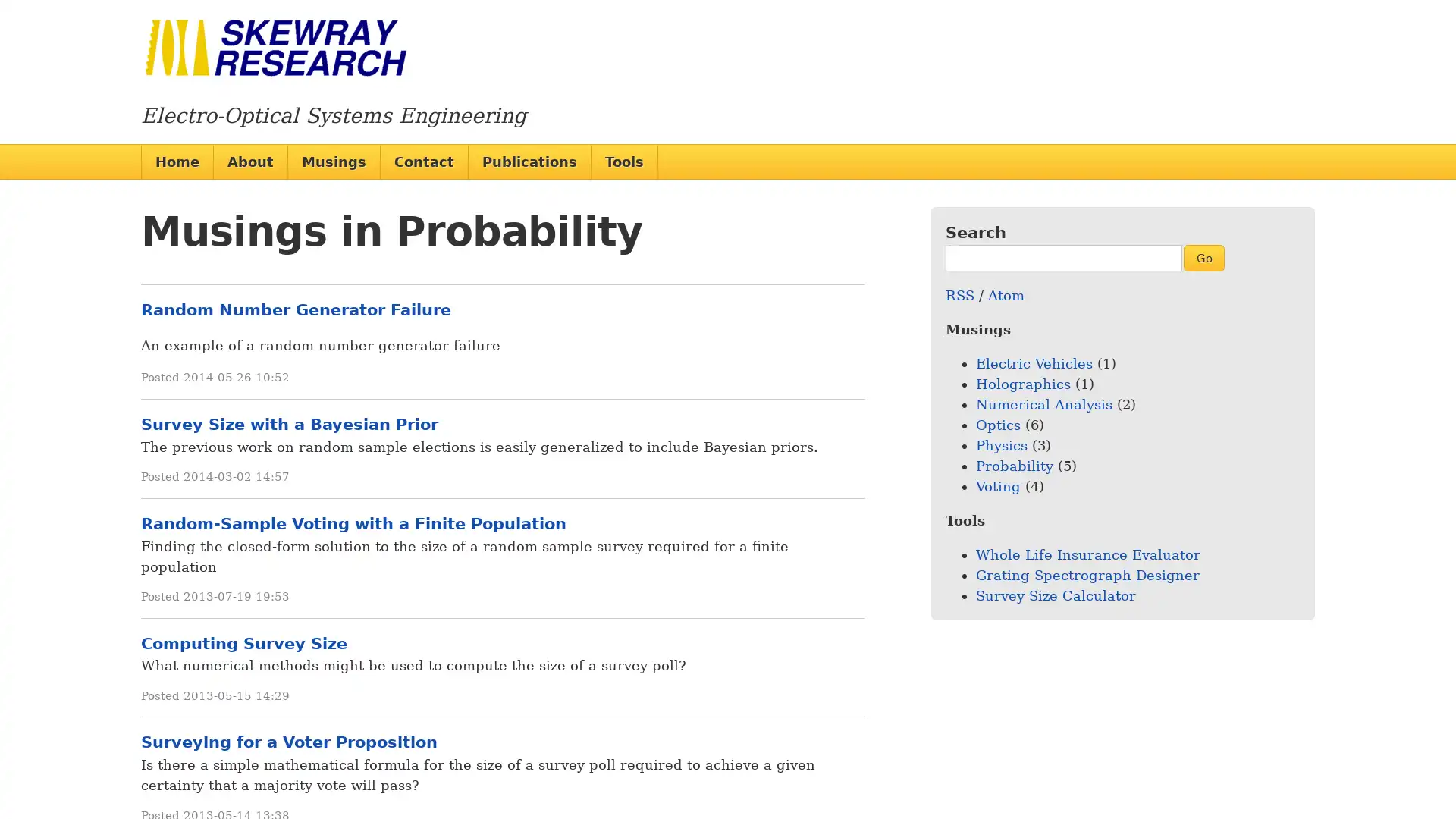  Describe the element at coordinates (1203, 256) in the screenshot. I see `Go` at that location.